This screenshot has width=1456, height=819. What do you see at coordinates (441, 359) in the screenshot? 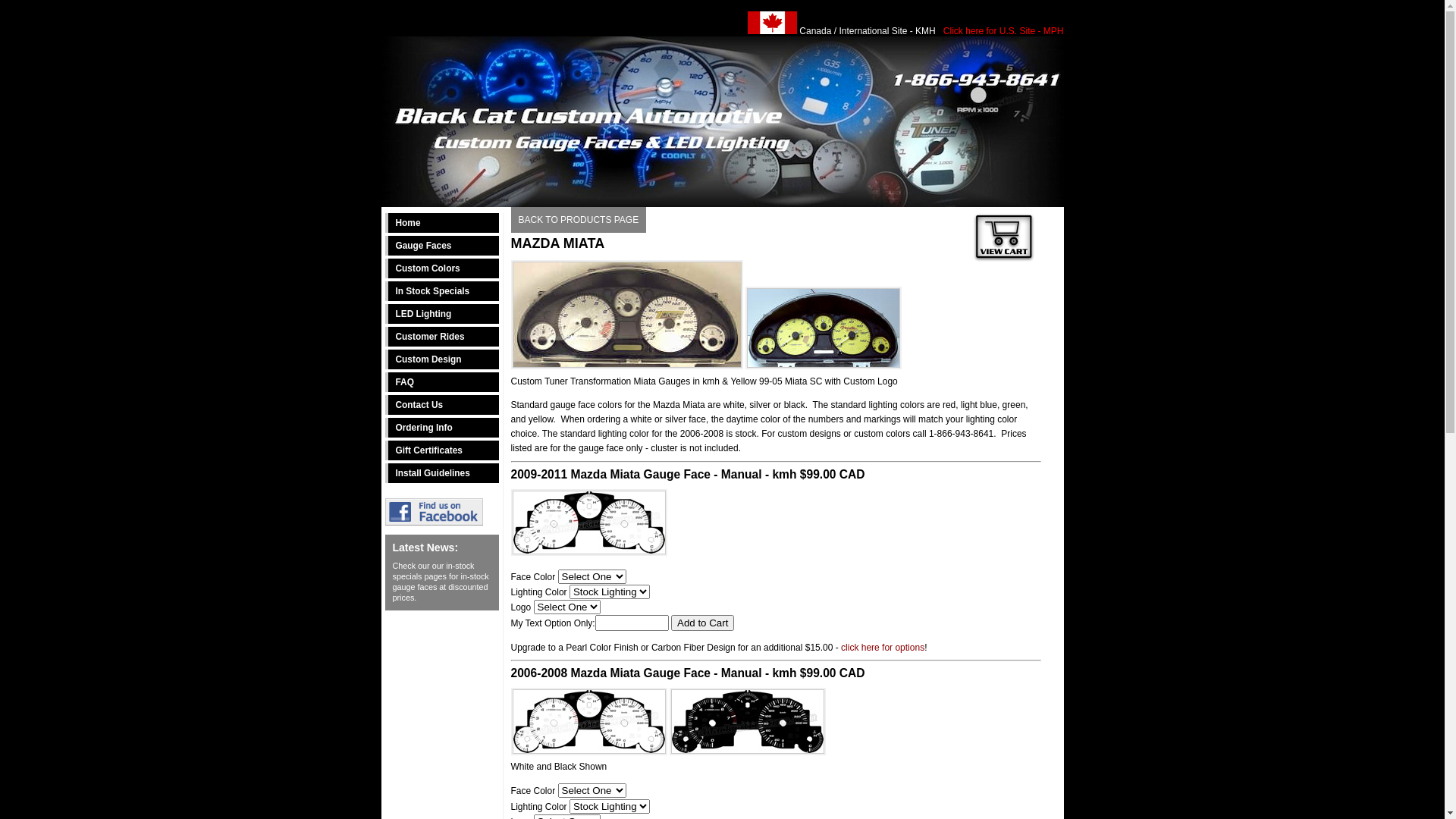
I see `'Custom Design'` at bounding box center [441, 359].